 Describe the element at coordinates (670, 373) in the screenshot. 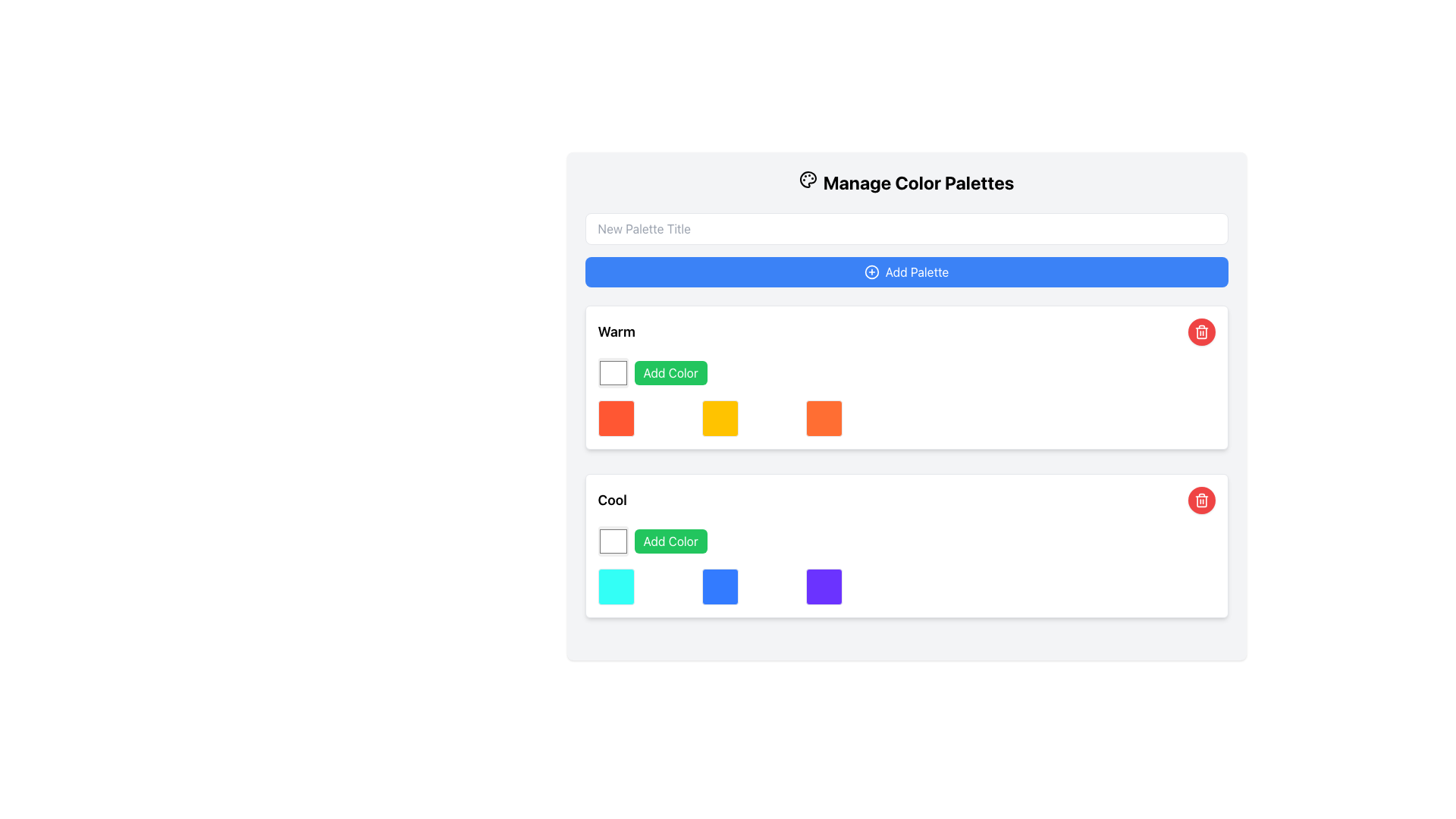

I see `the green rectangular button labeled 'Add Color' to trigger its hover effect, which changes its color to a darker green` at that location.